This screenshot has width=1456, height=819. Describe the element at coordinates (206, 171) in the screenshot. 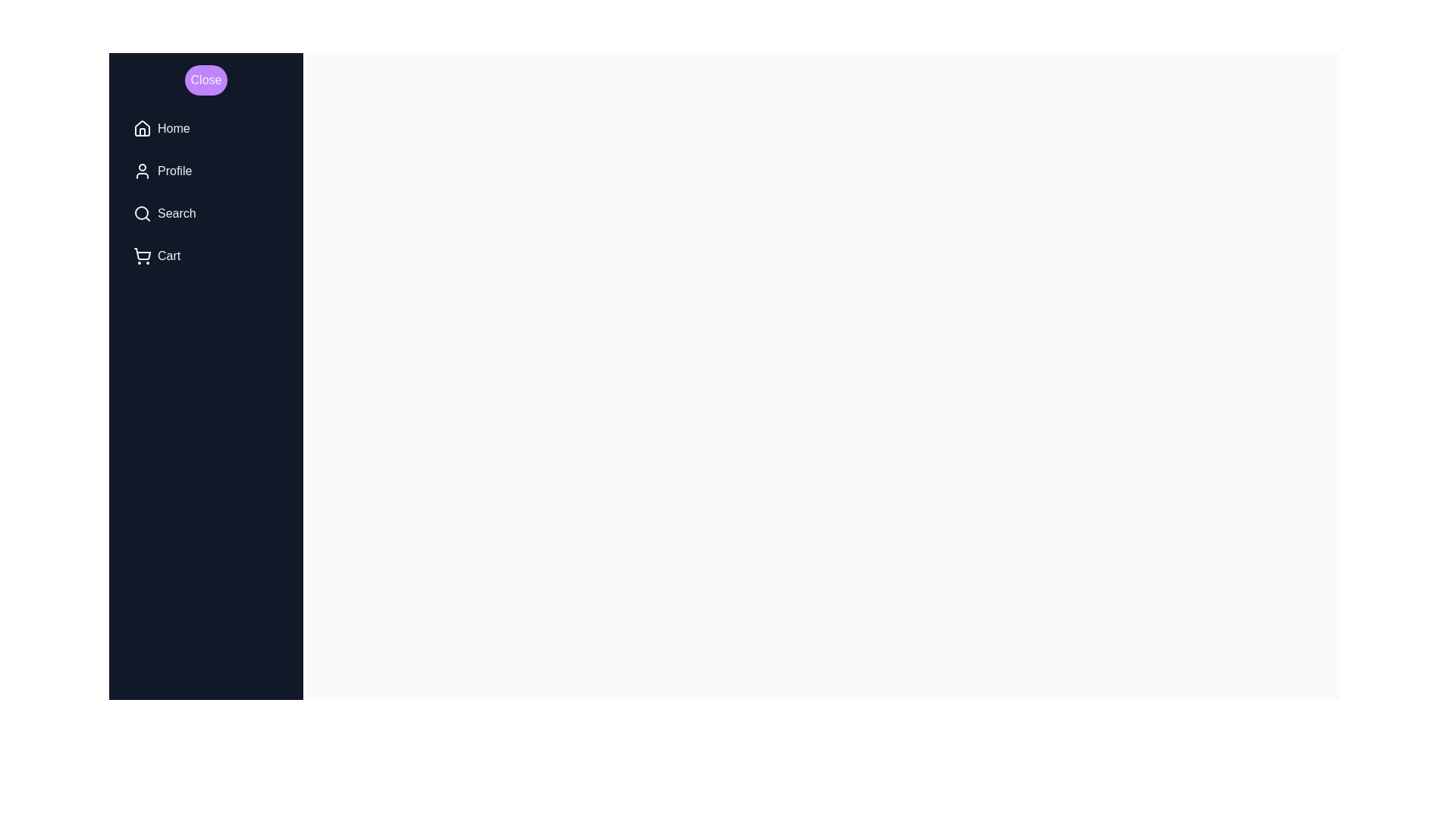

I see `the menu item Profile to select it` at that location.